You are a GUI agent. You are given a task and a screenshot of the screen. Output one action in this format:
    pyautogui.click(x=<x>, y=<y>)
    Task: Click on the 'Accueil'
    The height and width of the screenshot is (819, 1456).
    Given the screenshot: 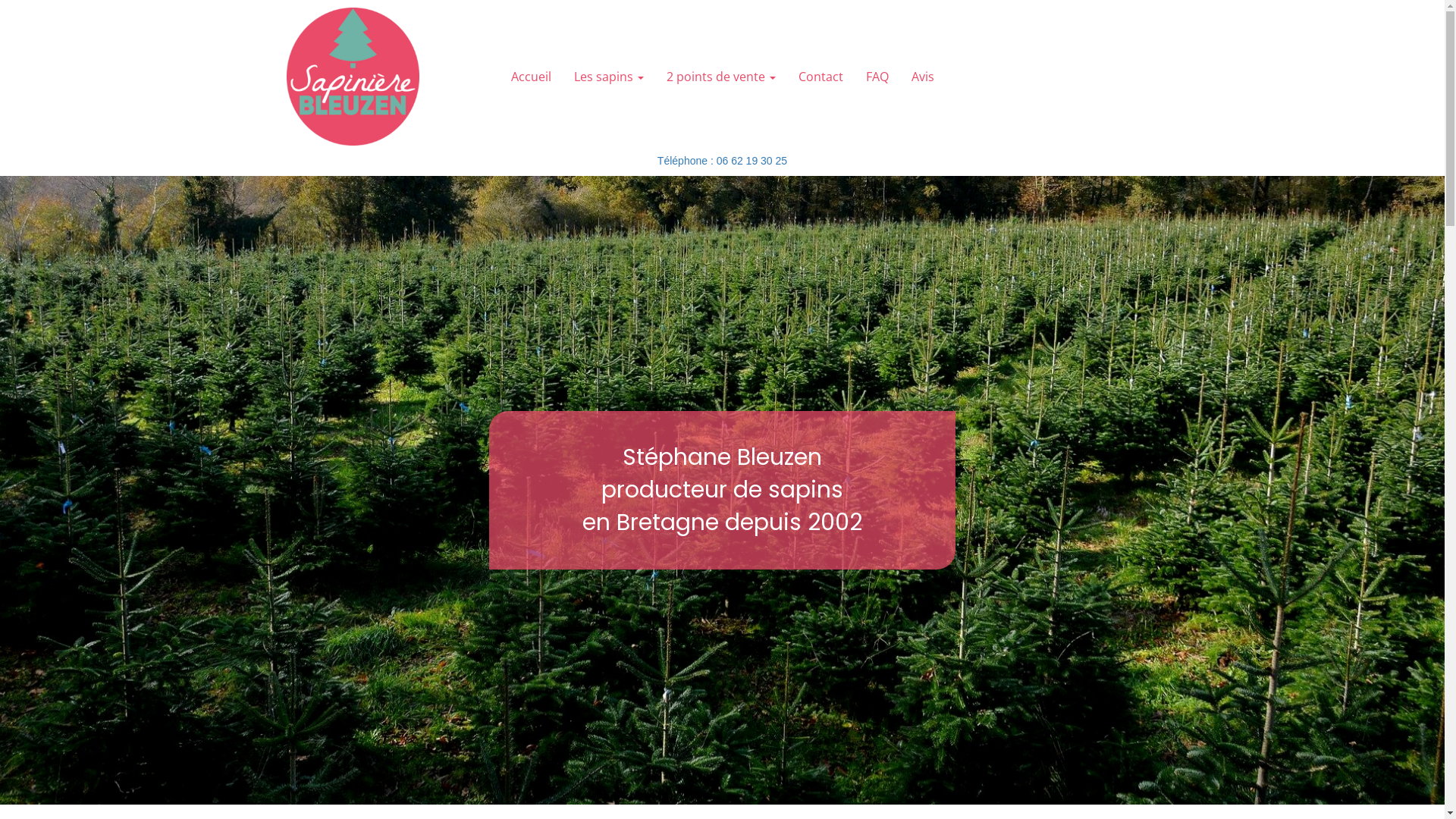 What is the action you would take?
    pyautogui.click(x=498, y=77)
    